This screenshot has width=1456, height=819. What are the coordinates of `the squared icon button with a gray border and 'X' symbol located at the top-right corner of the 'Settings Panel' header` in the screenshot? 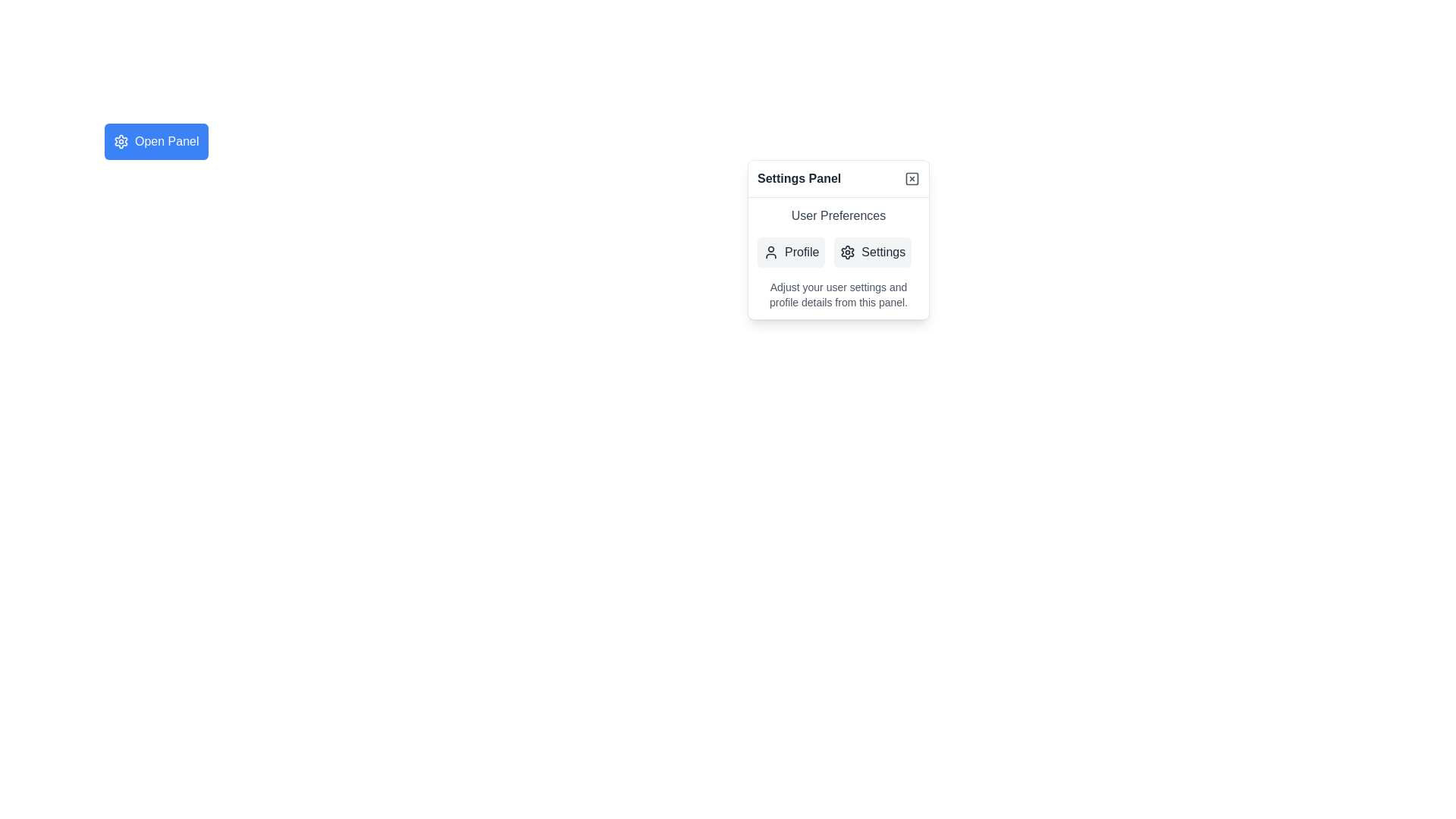 It's located at (912, 177).